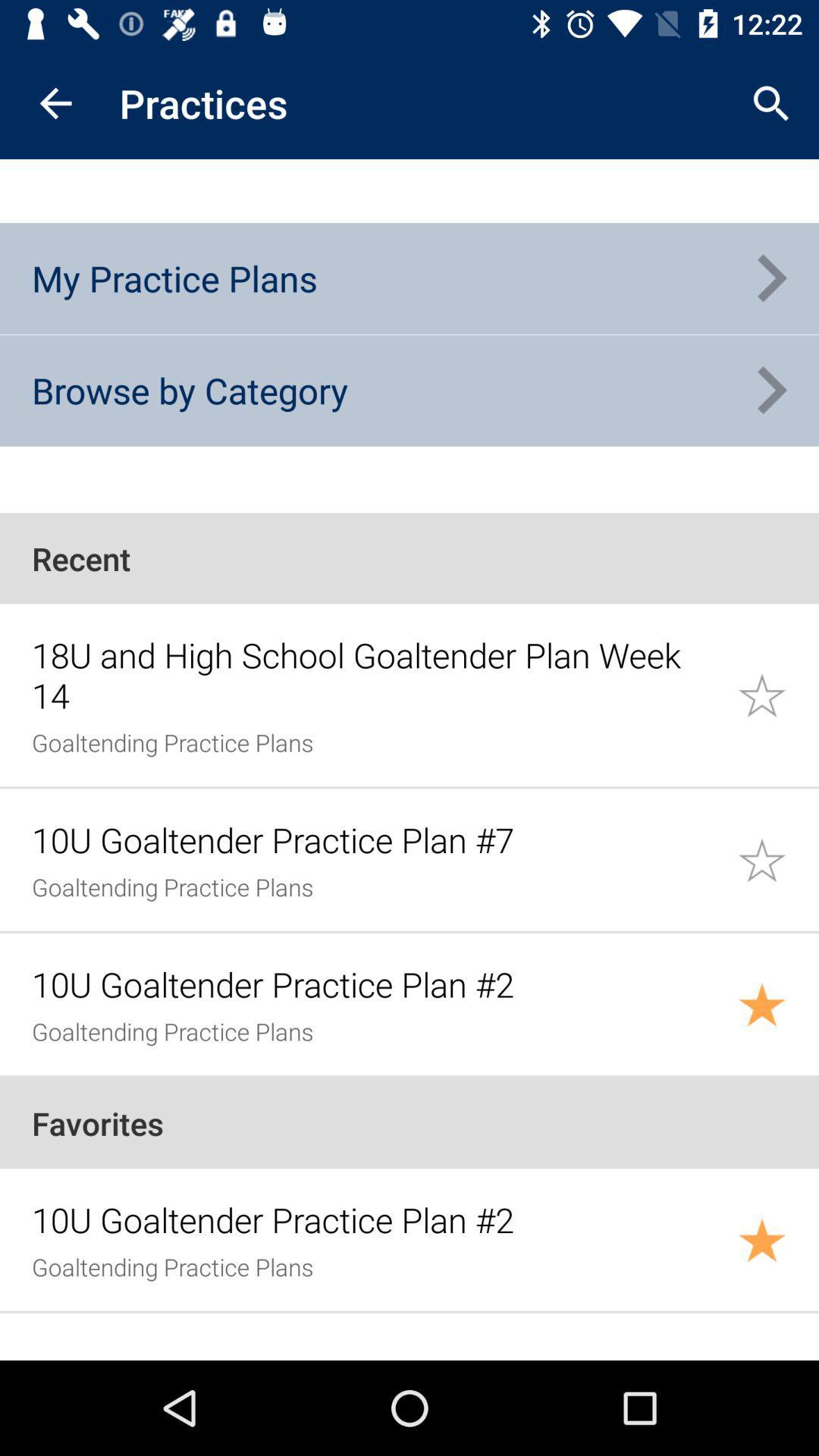 This screenshot has height=1456, width=819. I want to click on the app next to the practices item, so click(771, 102).